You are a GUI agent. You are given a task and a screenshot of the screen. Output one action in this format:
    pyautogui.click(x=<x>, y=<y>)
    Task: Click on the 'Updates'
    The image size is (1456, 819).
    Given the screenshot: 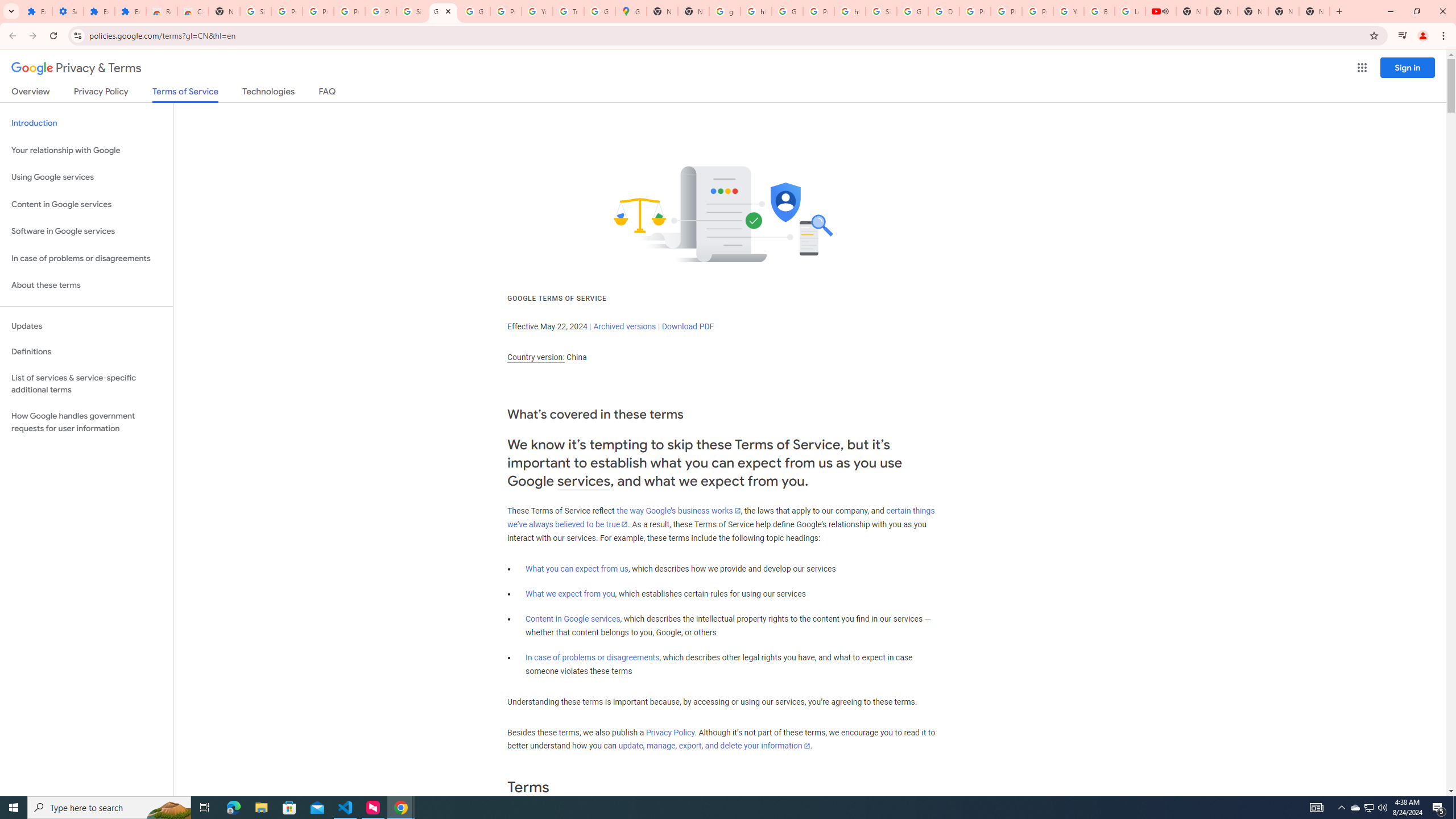 What is the action you would take?
    pyautogui.click(x=86, y=325)
    